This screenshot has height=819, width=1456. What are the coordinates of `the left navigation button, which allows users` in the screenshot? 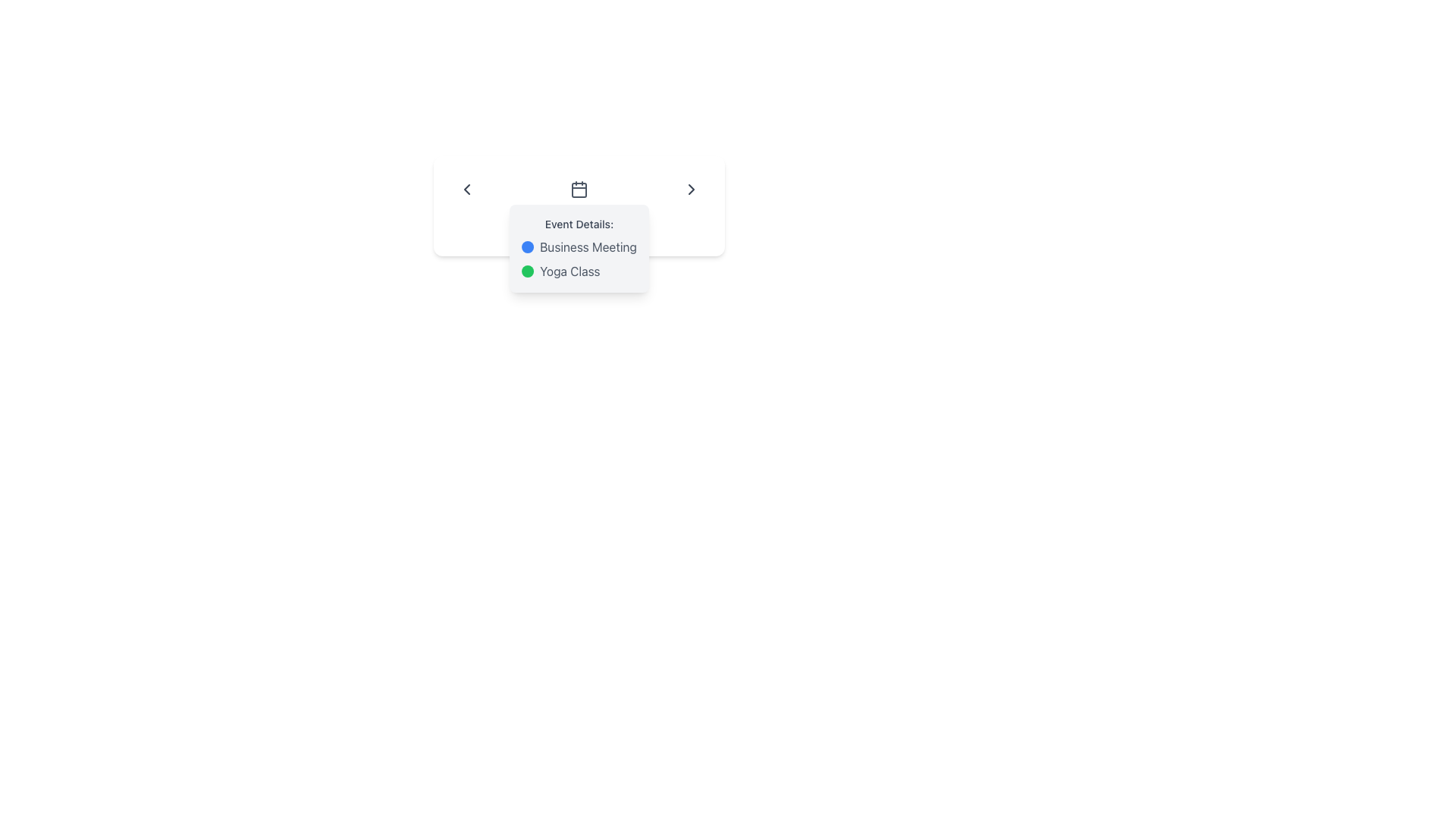 It's located at (466, 189).